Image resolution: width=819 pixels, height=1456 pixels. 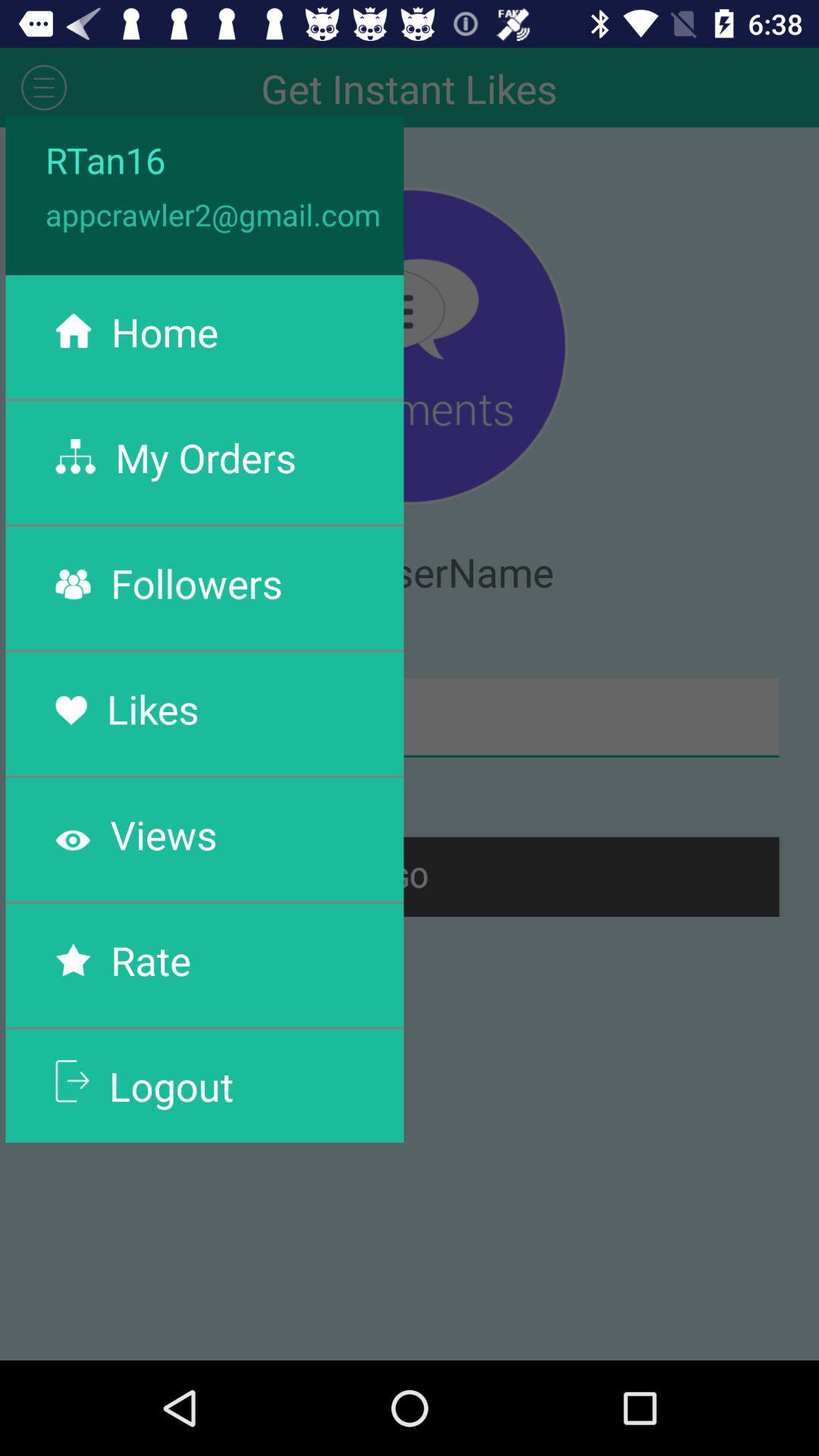 What do you see at coordinates (164, 833) in the screenshot?
I see `the views app` at bounding box center [164, 833].